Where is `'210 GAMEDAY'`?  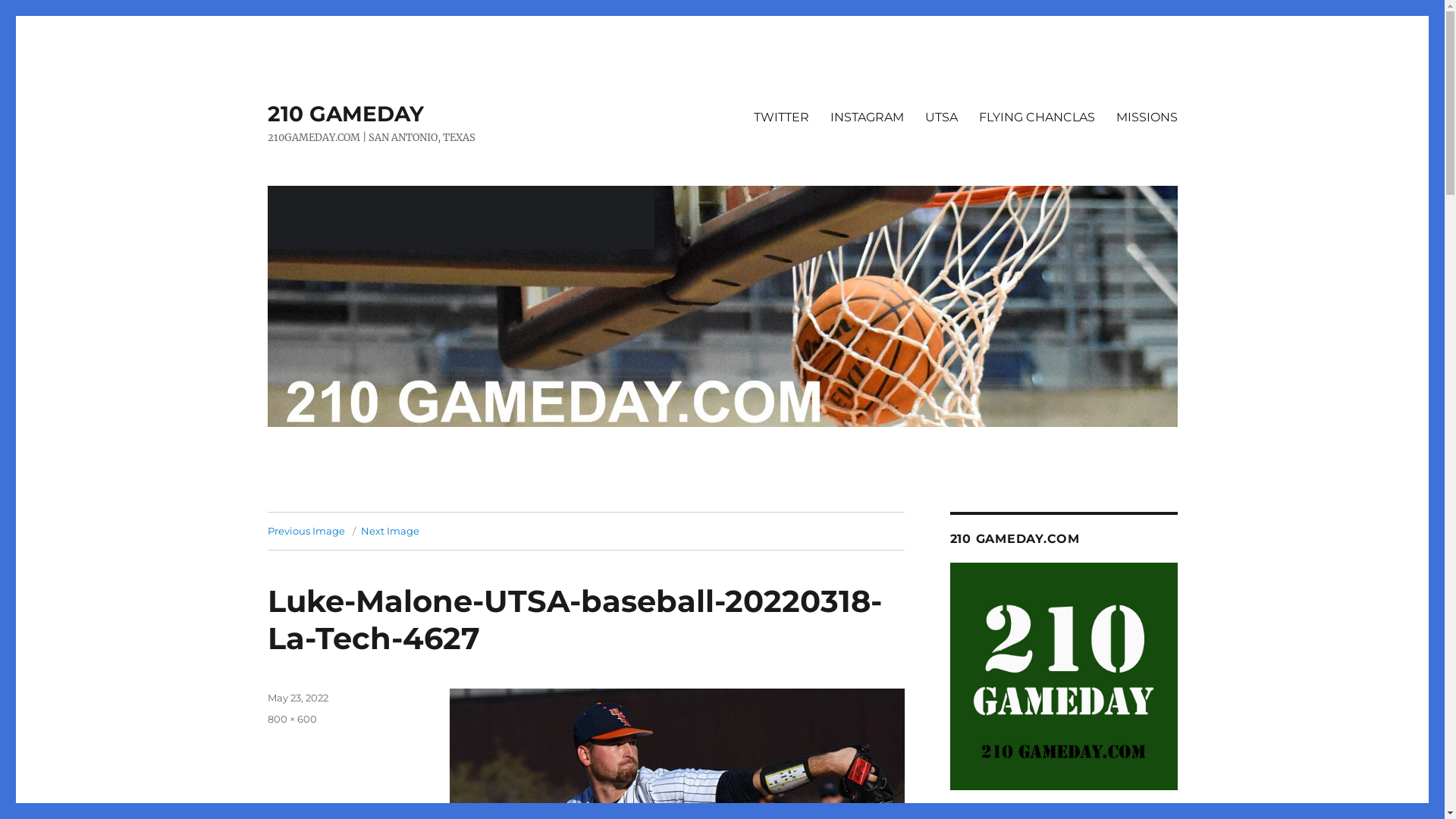
'210 GAMEDAY' is located at coordinates (344, 113).